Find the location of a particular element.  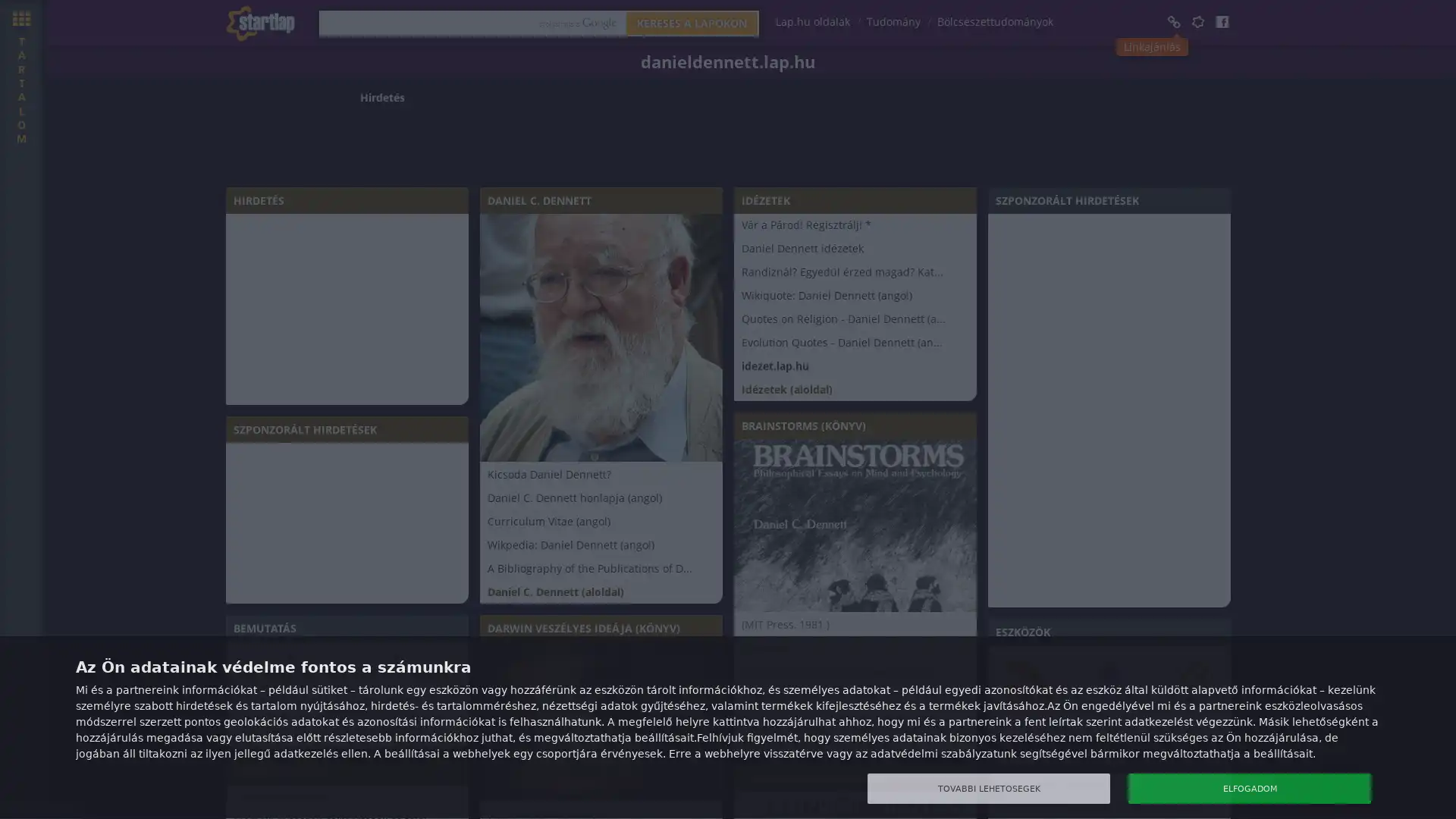

TOVABBI LEHETOSEGEK is located at coordinates (989, 788).